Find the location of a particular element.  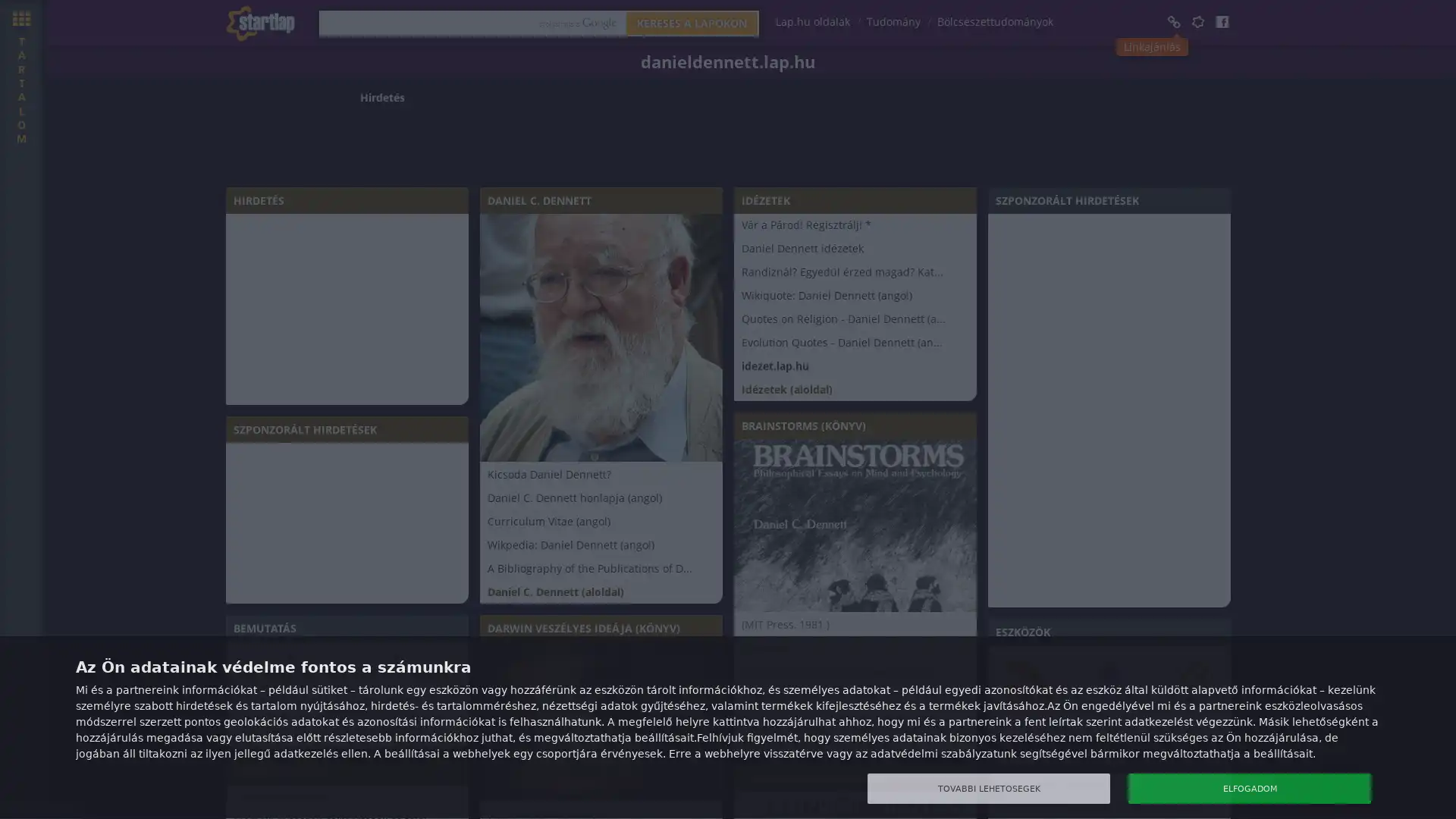

TOVABBI LEHETOSEGEK is located at coordinates (989, 788).